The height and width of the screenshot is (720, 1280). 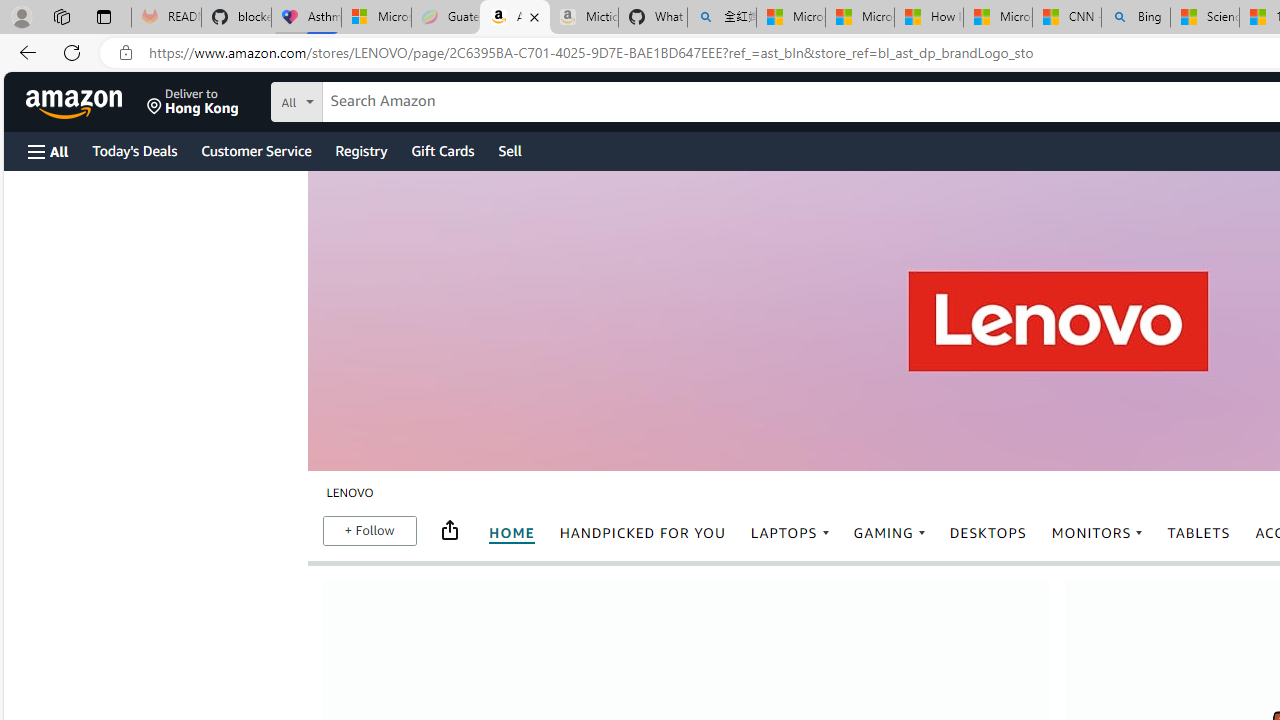 What do you see at coordinates (193, 101) in the screenshot?
I see `'Deliver to Hong Kong'` at bounding box center [193, 101].